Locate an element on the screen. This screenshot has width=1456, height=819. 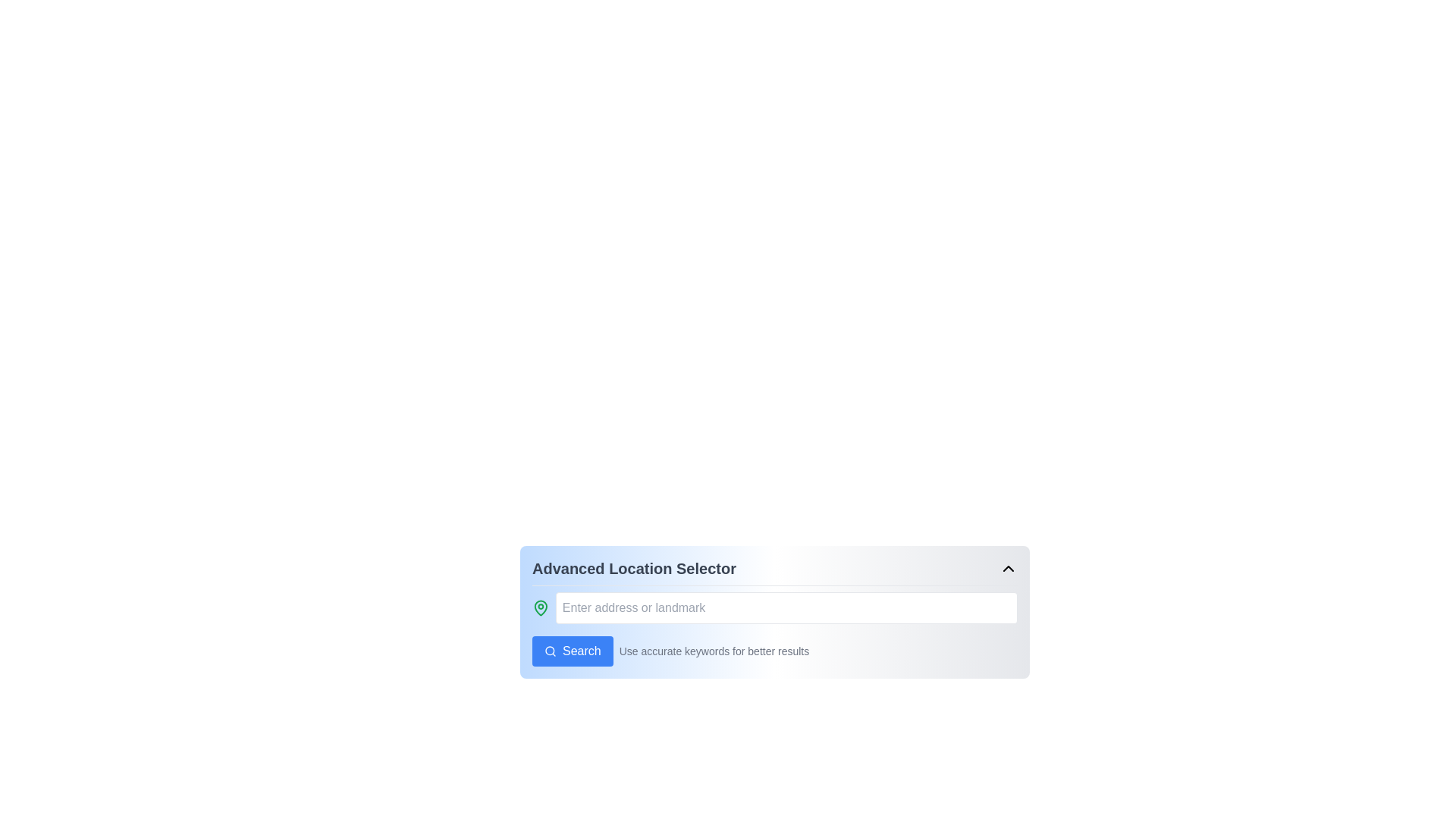
guidance text accompanying the 'Search' button, which states 'Use accurate keywords for better results' is located at coordinates (775, 651).